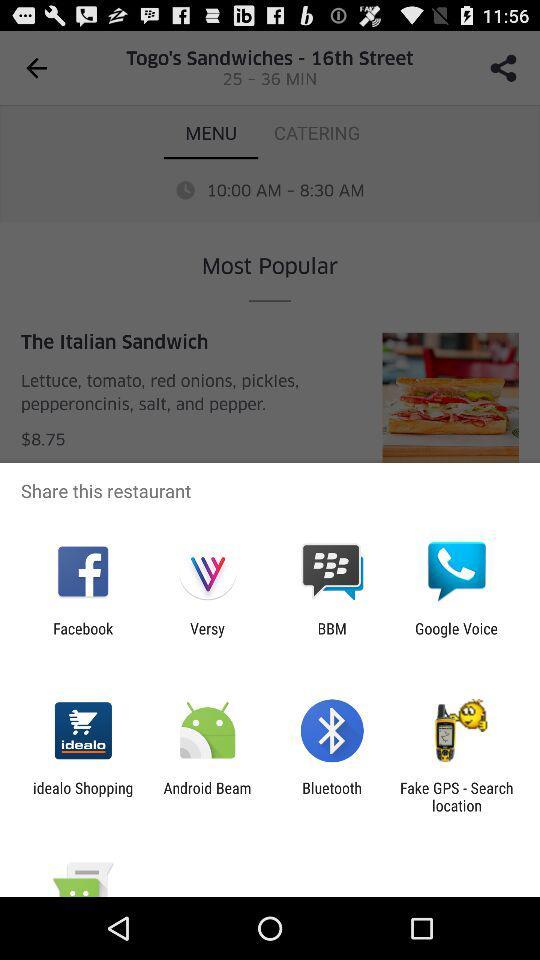 This screenshot has height=960, width=540. What do you see at coordinates (332, 796) in the screenshot?
I see `item to the left of the fake gps search app` at bounding box center [332, 796].